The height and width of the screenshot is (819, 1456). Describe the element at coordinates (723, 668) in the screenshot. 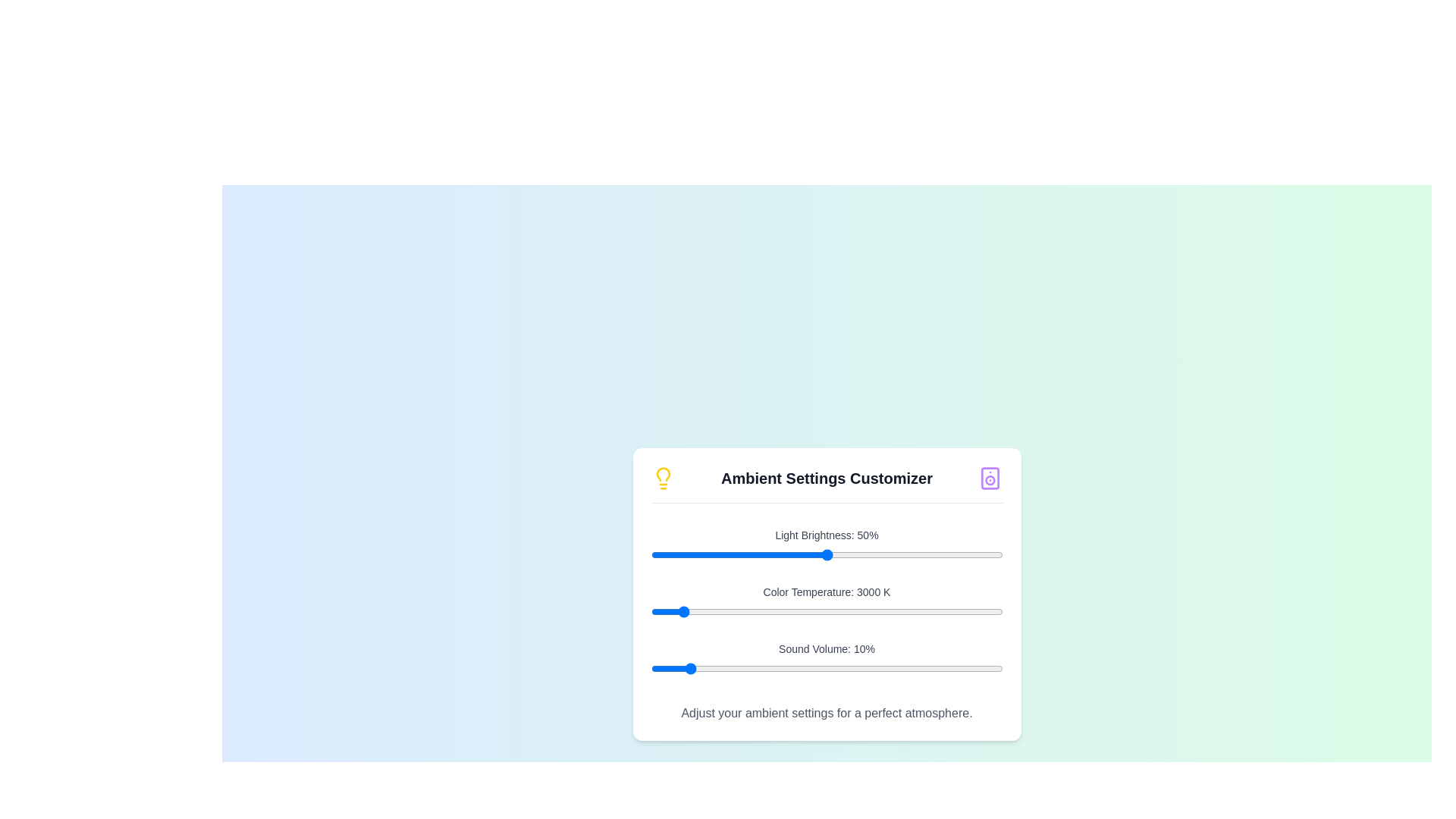

I see `the sound volume` at that location.